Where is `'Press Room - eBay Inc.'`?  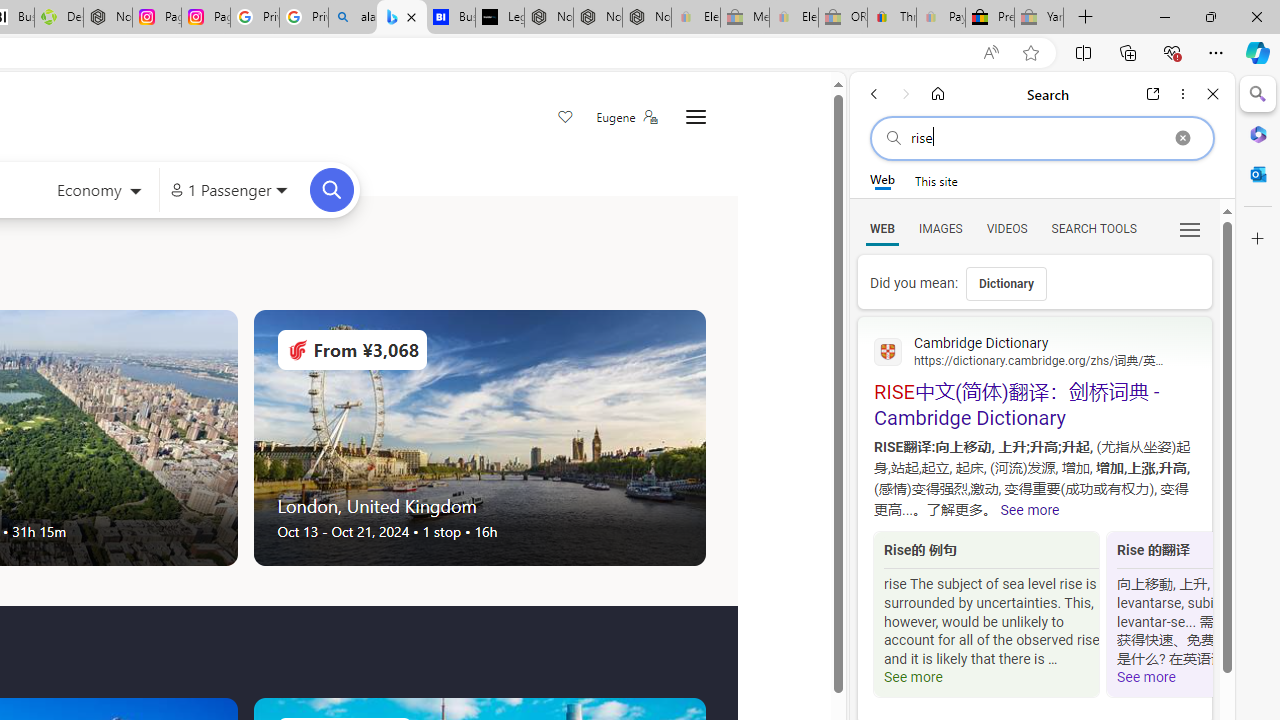
'Press Room - eBay Inc.' is located at coordinates (990, 17).